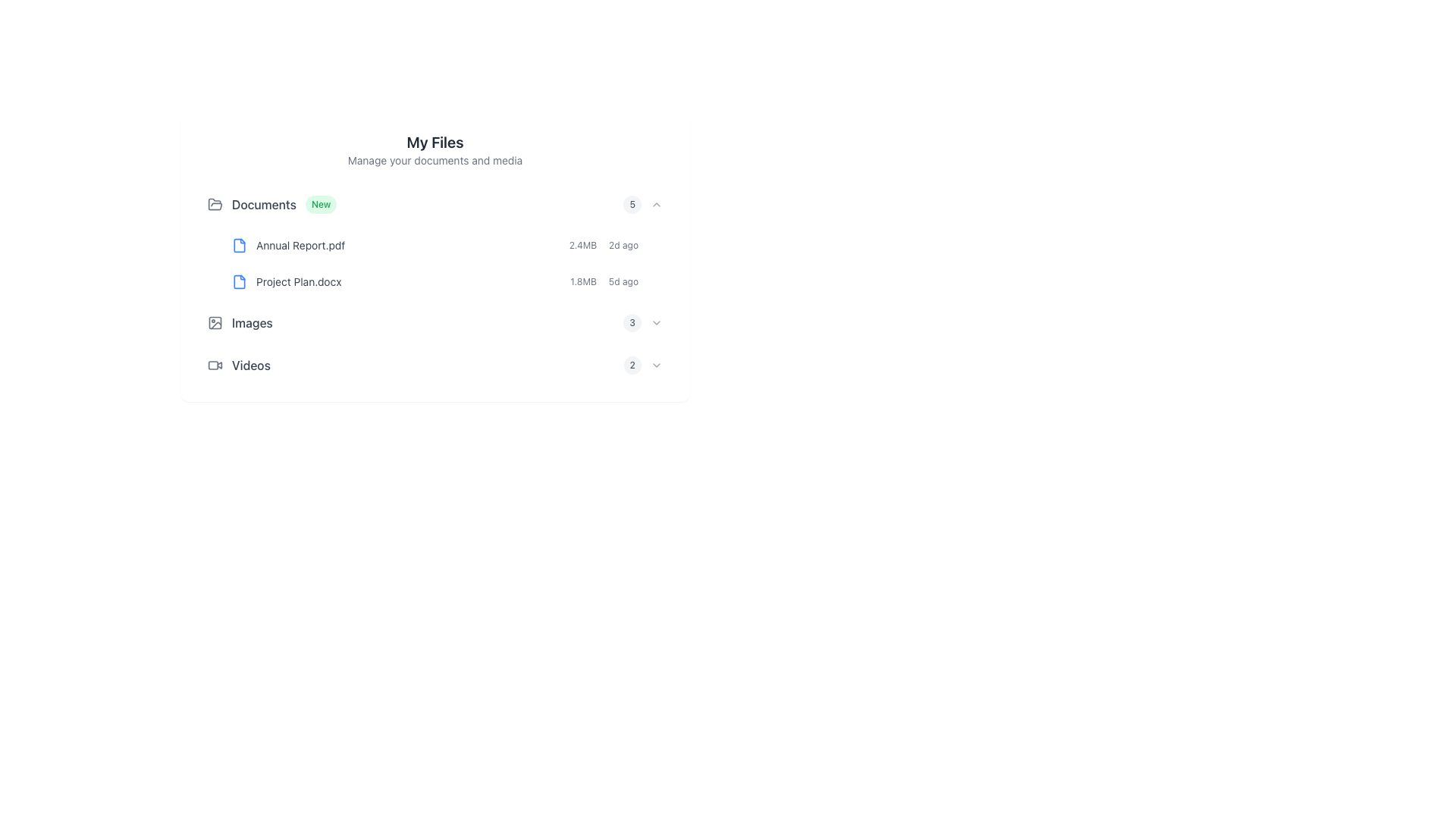 This screenshot has width=1456, height=819. Describe the element at coordinates (447, 281) in the screenshot. I see `on the second file entry under the 'Documents' section, which displays the file name 'Project Plan.docx'` at that location.